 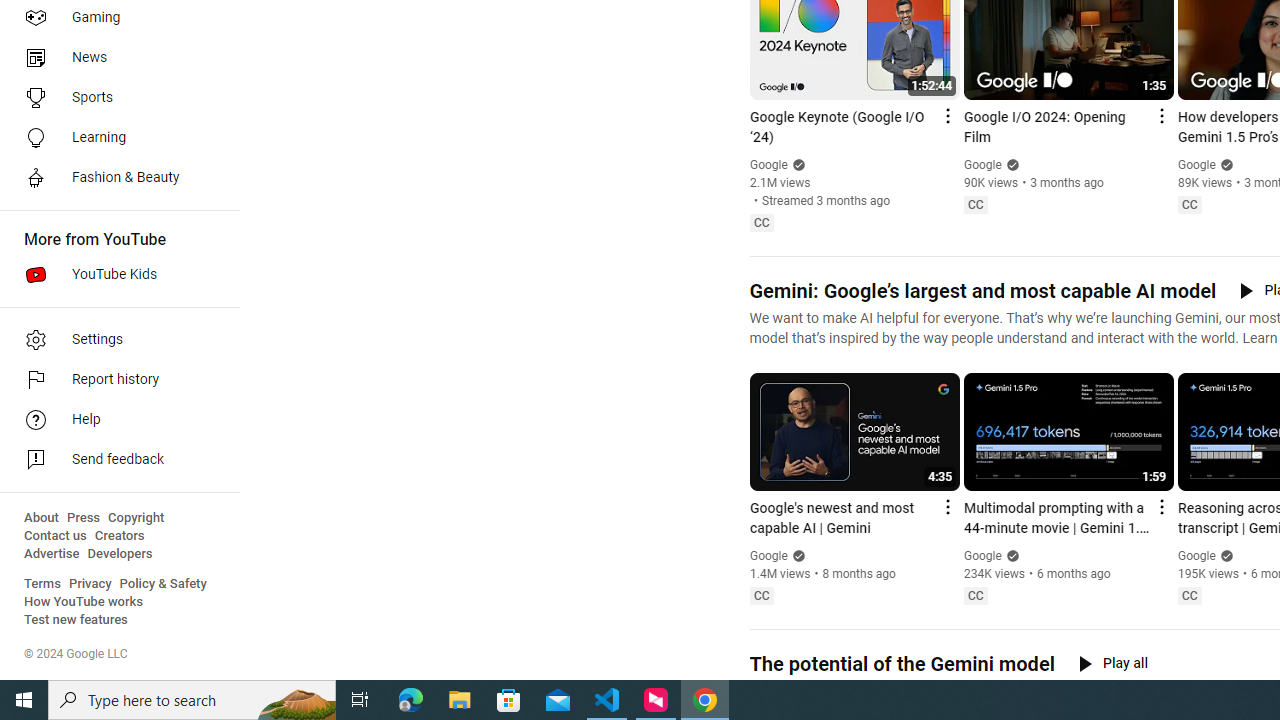 I want to click on 'Creators', so click(x=118, y=535).